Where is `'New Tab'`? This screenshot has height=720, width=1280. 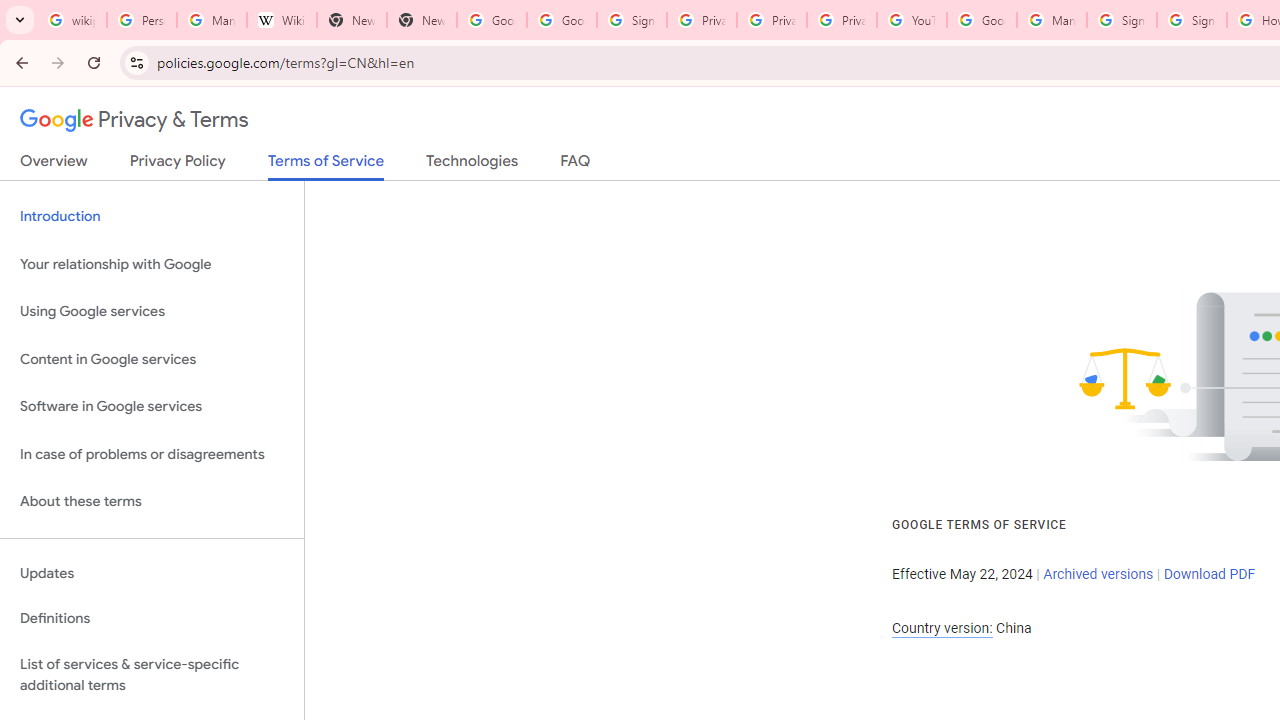
'New Tab' is located at coordinates (420, 20).